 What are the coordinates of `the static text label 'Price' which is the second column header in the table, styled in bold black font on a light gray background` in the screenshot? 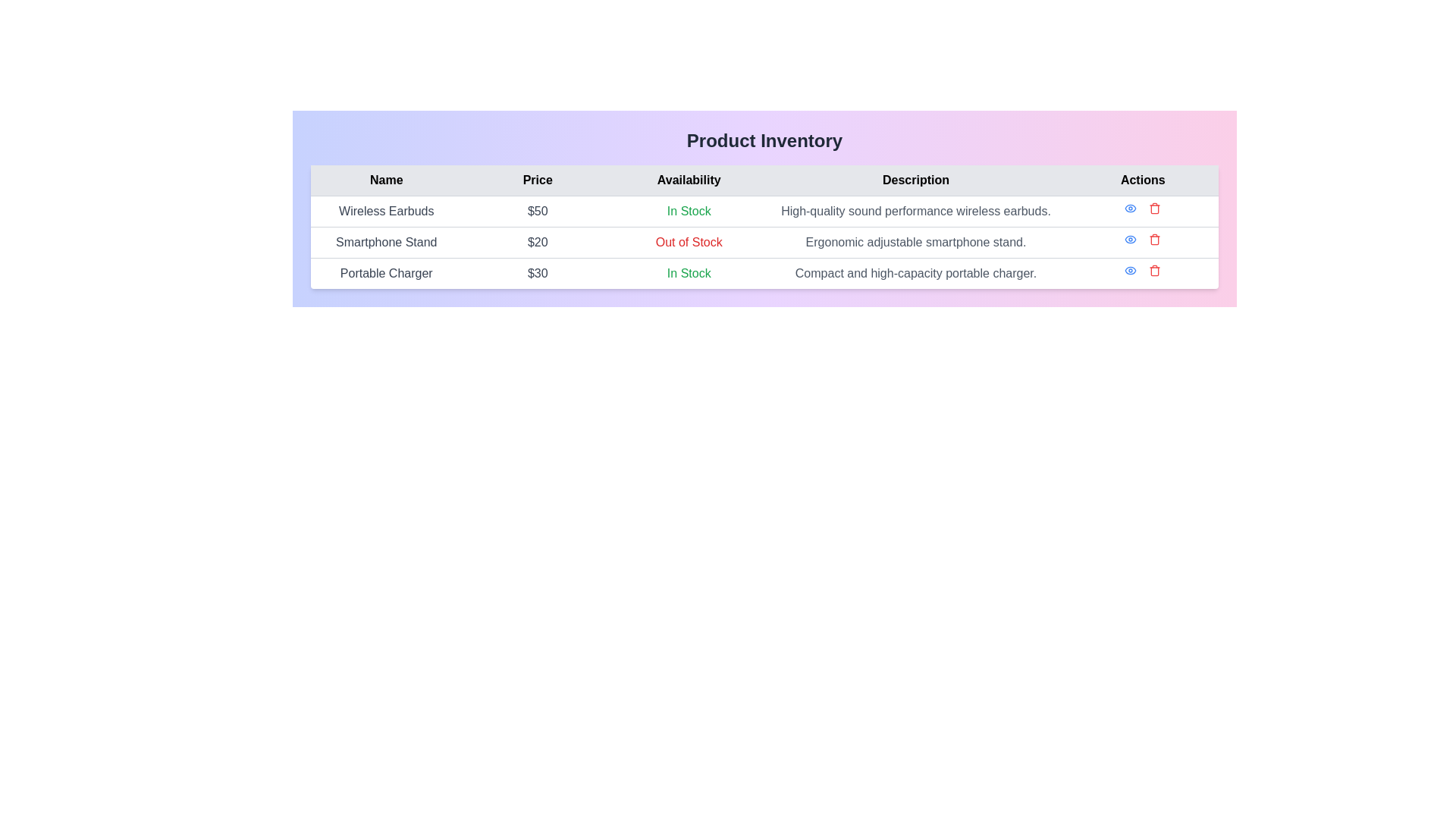 It's located at (538, 180).